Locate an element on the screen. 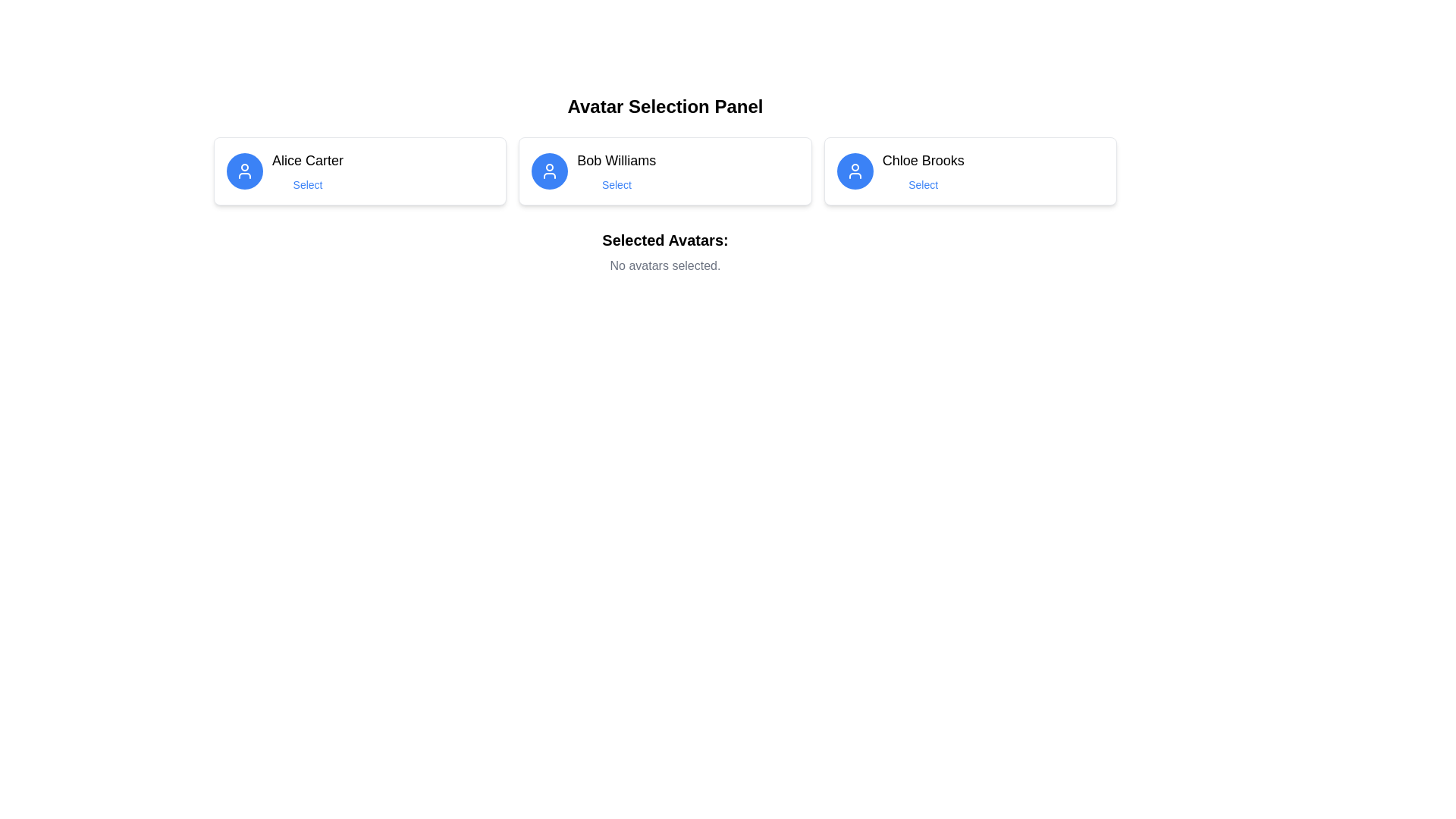  text label that informs users that no avatars have been selected yet, located centrally in the viewport below the heading 'Selected Avatars:' is located at coordinates (665, 265).